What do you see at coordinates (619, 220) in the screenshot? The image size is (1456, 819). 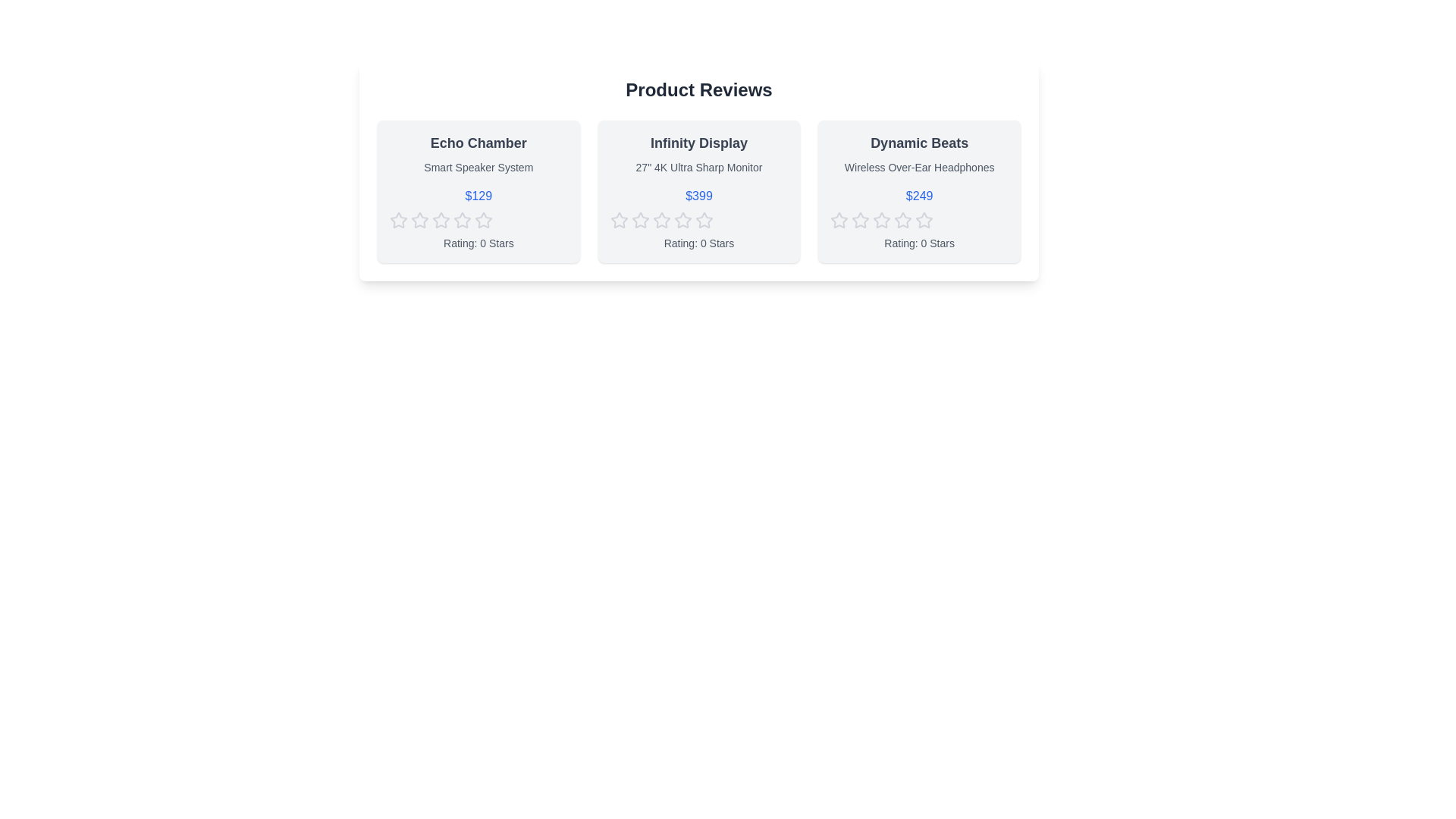 I see `the first star icon in the 5-star rating system for the product labeled 'Infinity Display'` at bounding box center [619, 220].